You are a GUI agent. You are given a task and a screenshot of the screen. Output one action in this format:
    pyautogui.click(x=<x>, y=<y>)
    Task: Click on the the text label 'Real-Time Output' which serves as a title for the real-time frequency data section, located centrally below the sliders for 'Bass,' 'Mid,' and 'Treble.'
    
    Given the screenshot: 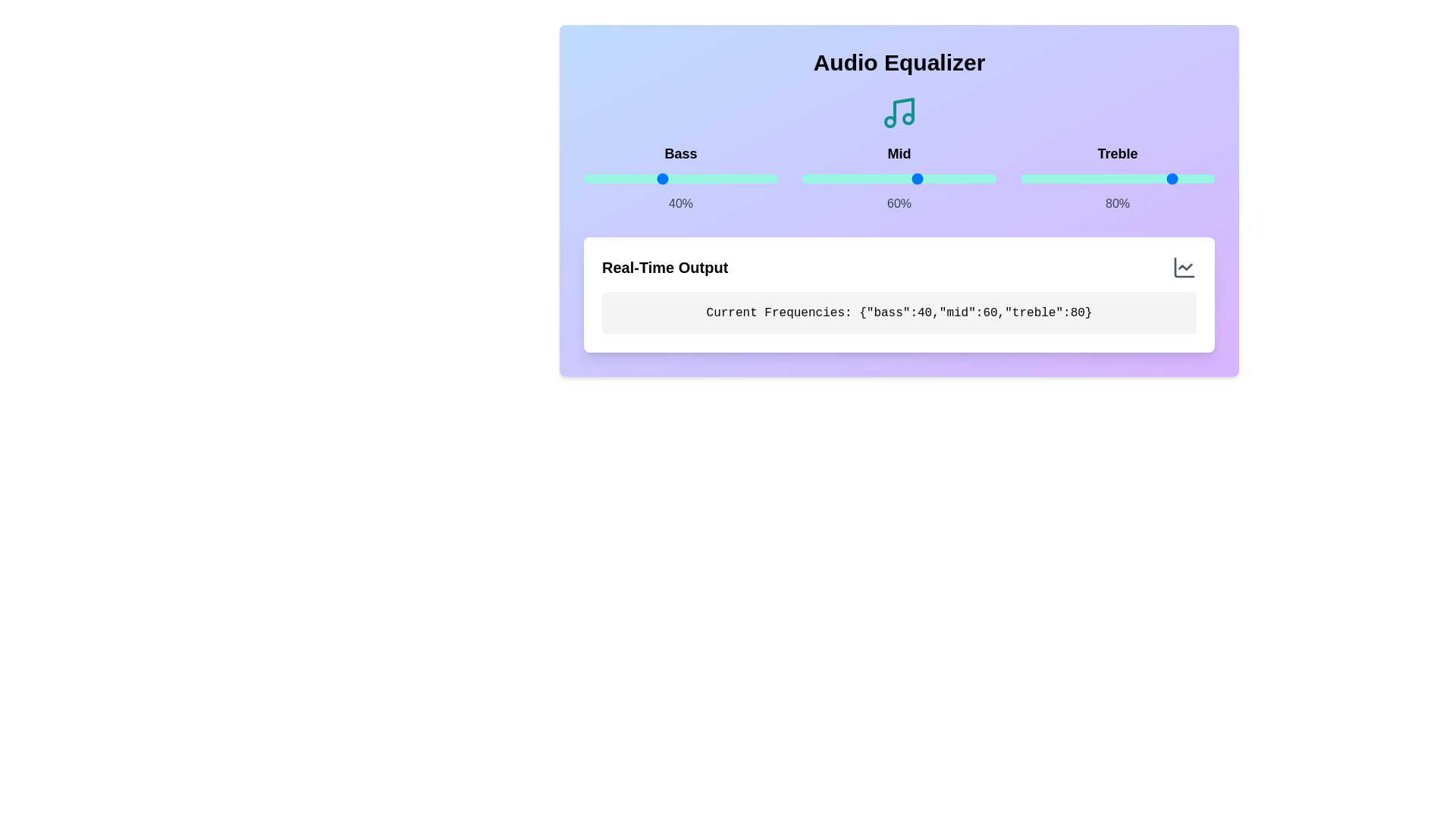 What is the action you would take?
    pyautogui.click(x=665, y=267)
    